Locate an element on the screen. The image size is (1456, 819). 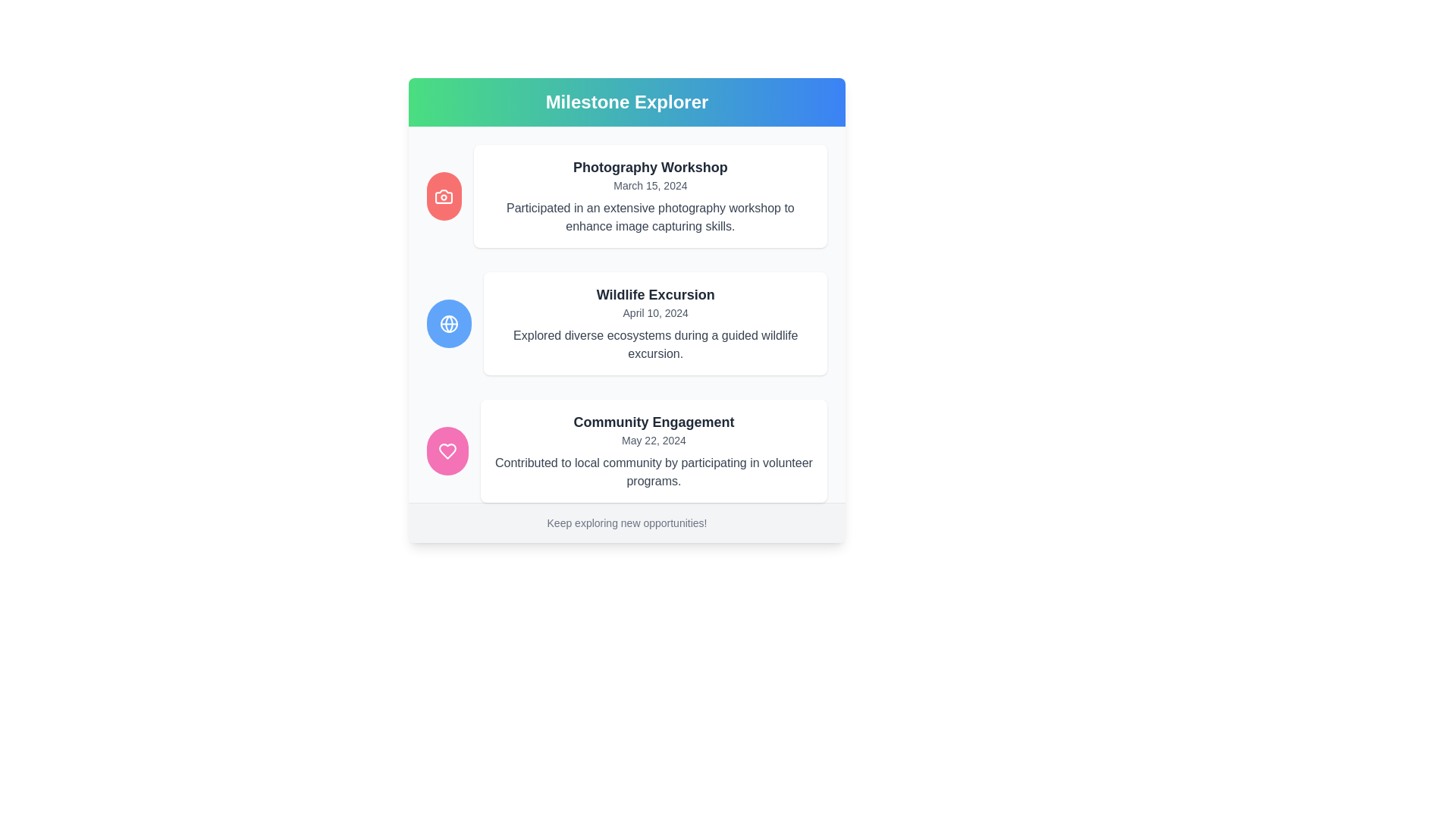
the camera icon with a red circular background located beside the title 'Photography Workshop' for content representation is located at coordinates (443, 195).